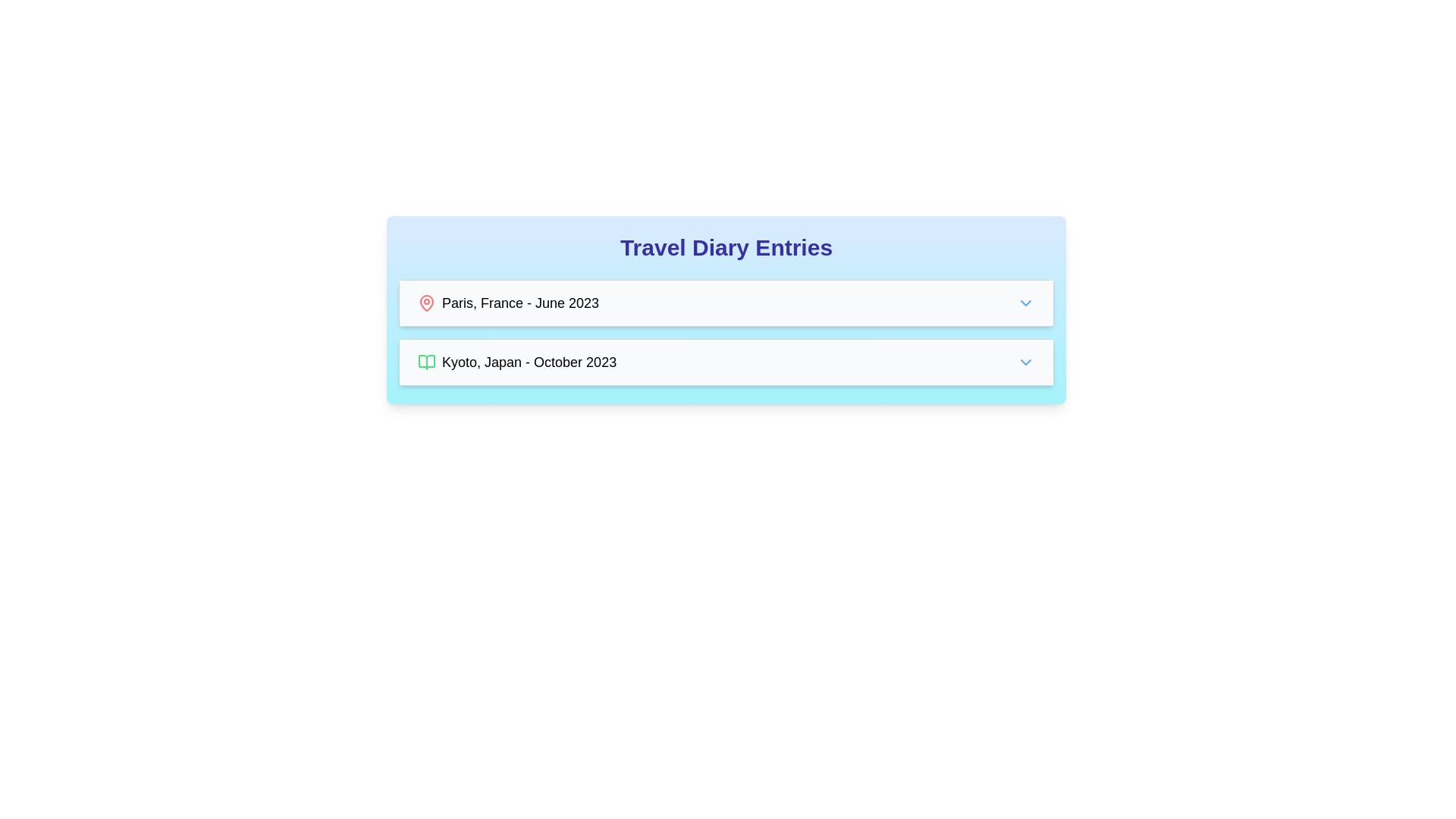  Describe the element at coordinates (425, 362) in the screenshot. I see `the open book icon located at the lower left of the journal entry titled 'Kyoto, Japan - October 2023.'` at that location.